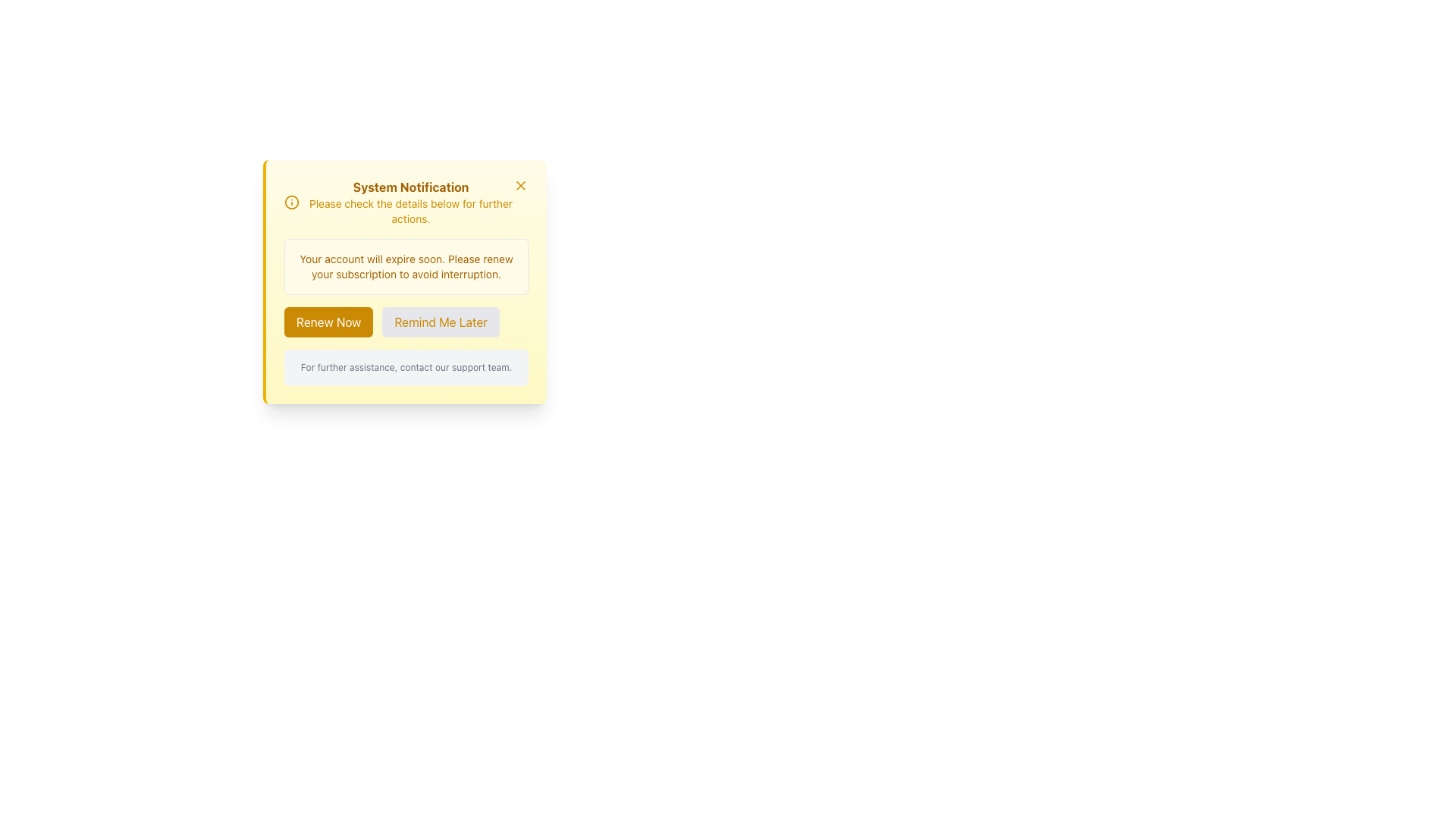  Describe the element at coordinates (406, 265) in the screenshot. I see `the informative text label that alerts the user about account expiration, which is centrally positioned in the notification panel` at that location.